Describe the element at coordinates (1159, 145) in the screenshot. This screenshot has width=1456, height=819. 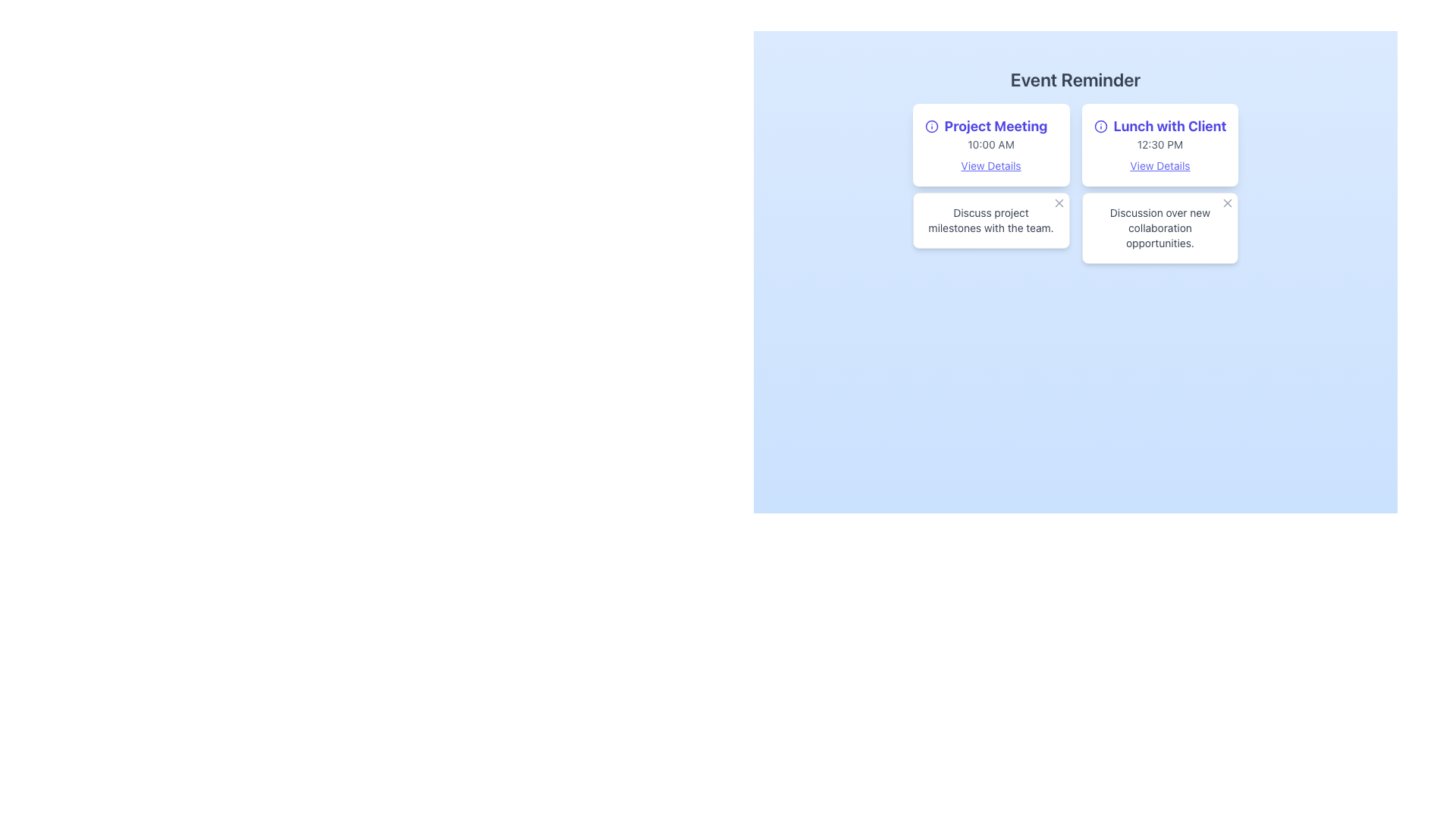
I see `the static text element that displays the scheduled time for the event within the 'Lunch with Client' card located in the top right corner of the interface` at that location.